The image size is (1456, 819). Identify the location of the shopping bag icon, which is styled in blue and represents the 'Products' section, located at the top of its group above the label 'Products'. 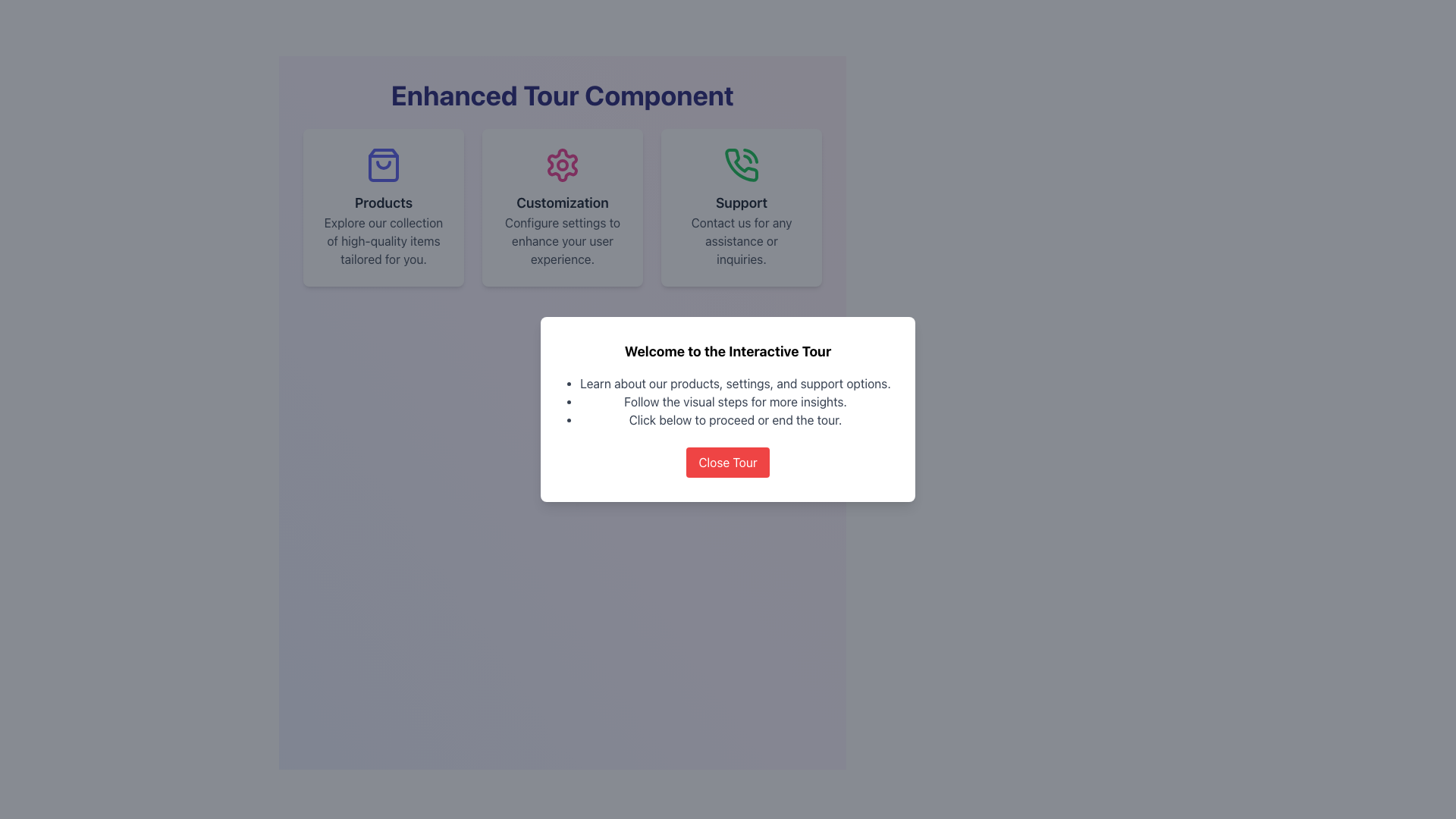
(383, 165).